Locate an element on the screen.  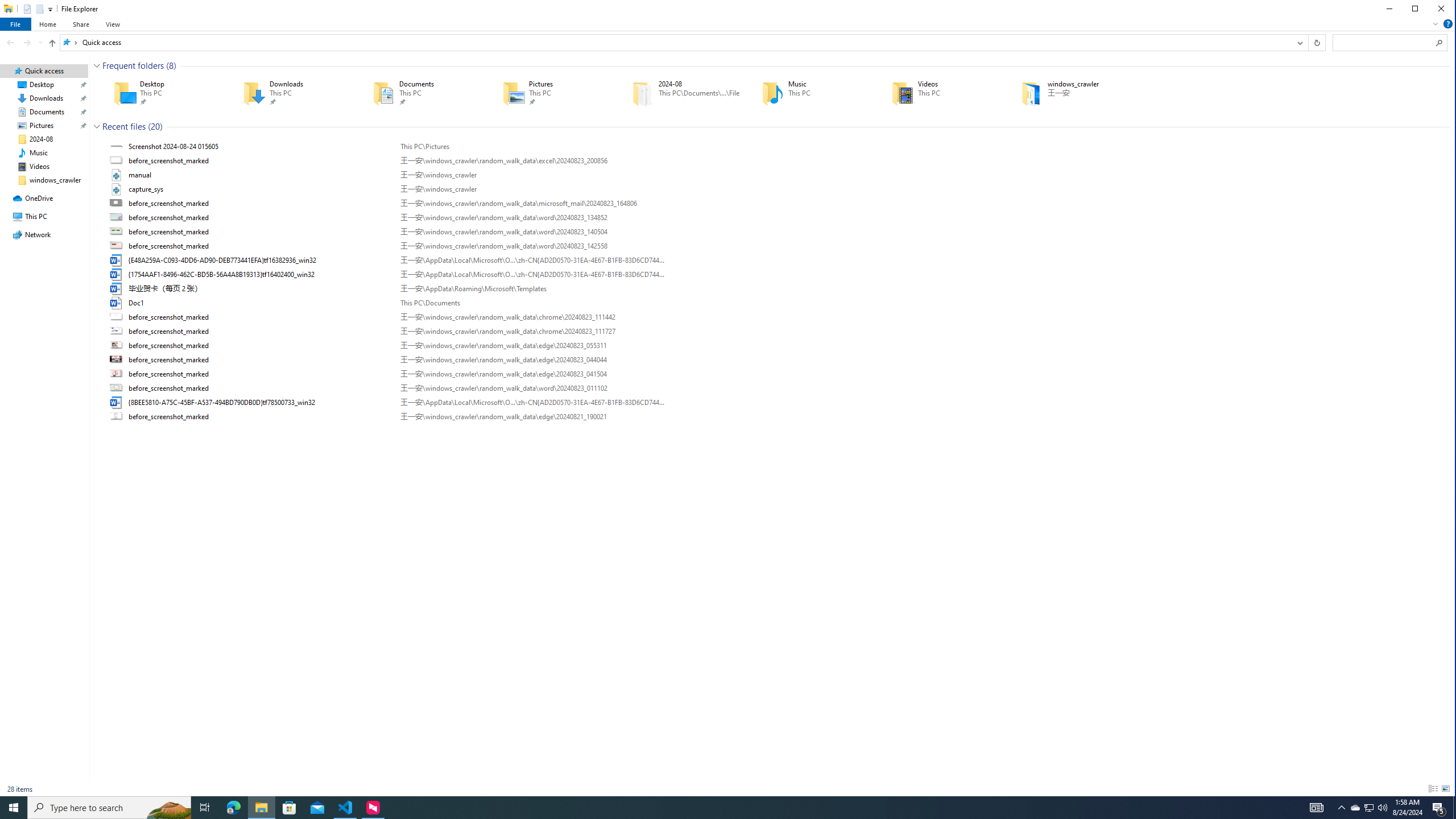
'windows_crawler' is located at coordinates (1069, 93).